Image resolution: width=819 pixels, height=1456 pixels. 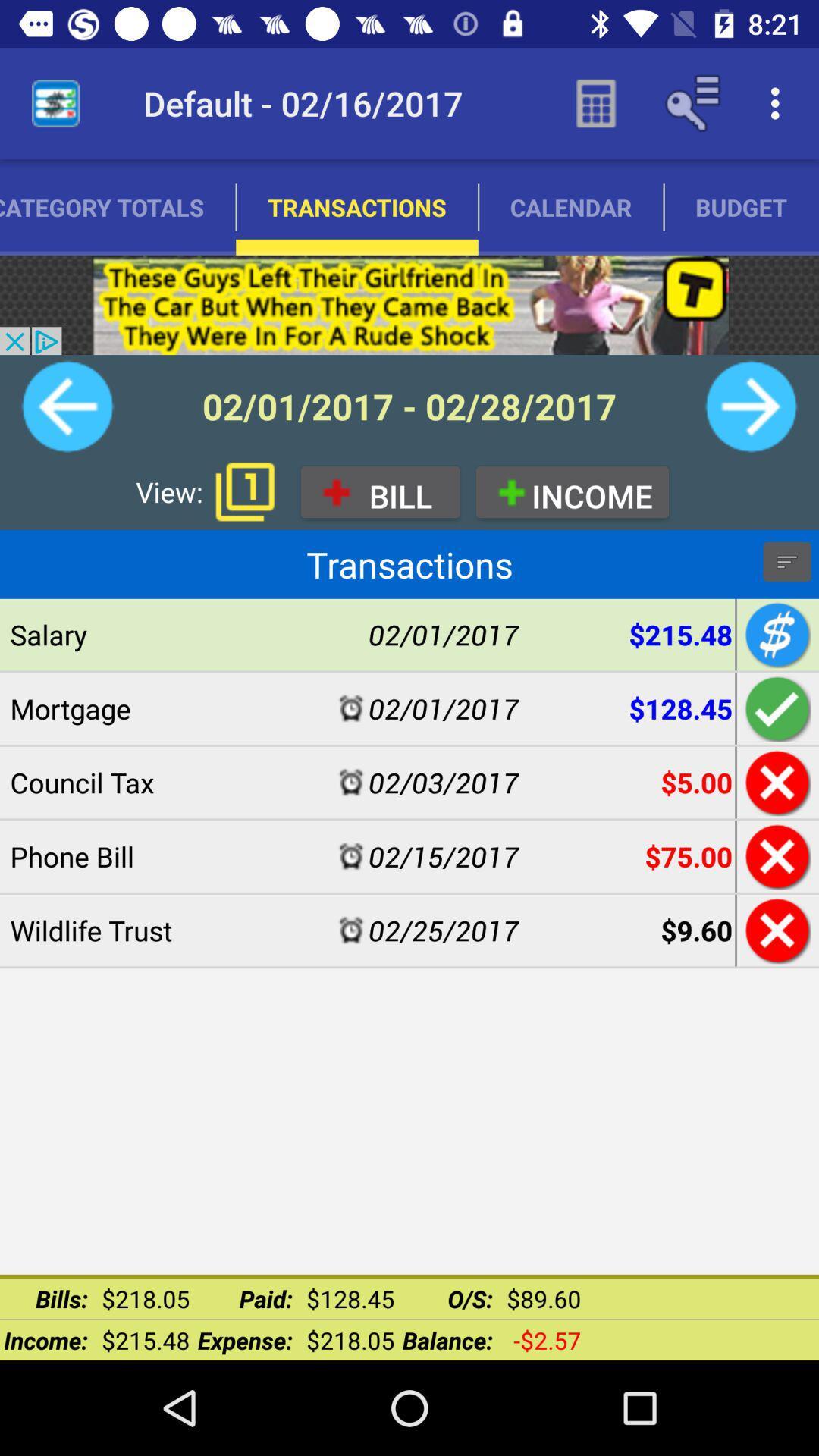 What do you see at coordinates (244, 491) in the screenshot?
I see `page 1` at bounding box center [244, 491].